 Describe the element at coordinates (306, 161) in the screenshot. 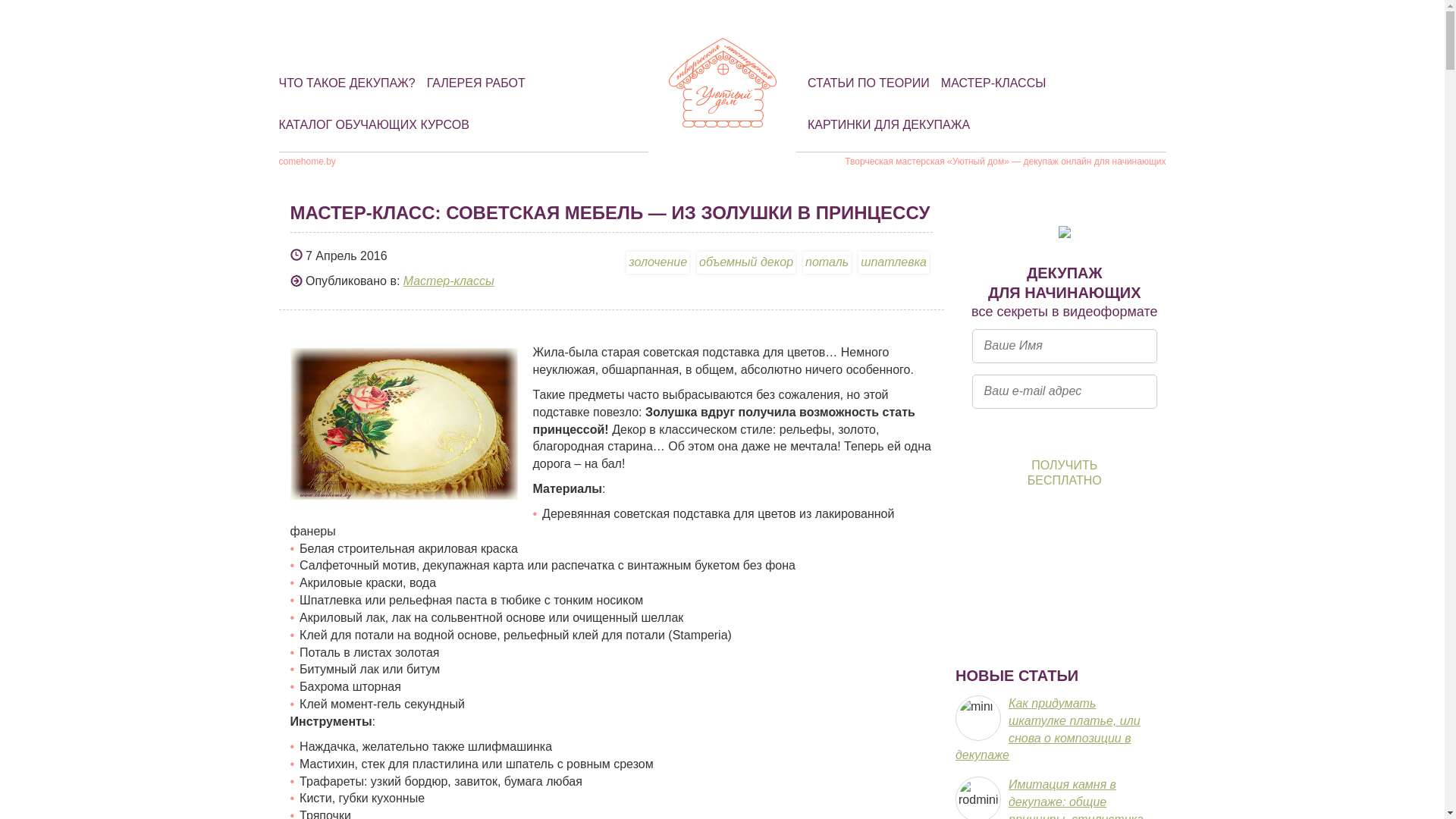

I see `'comehome.by'` at that location.